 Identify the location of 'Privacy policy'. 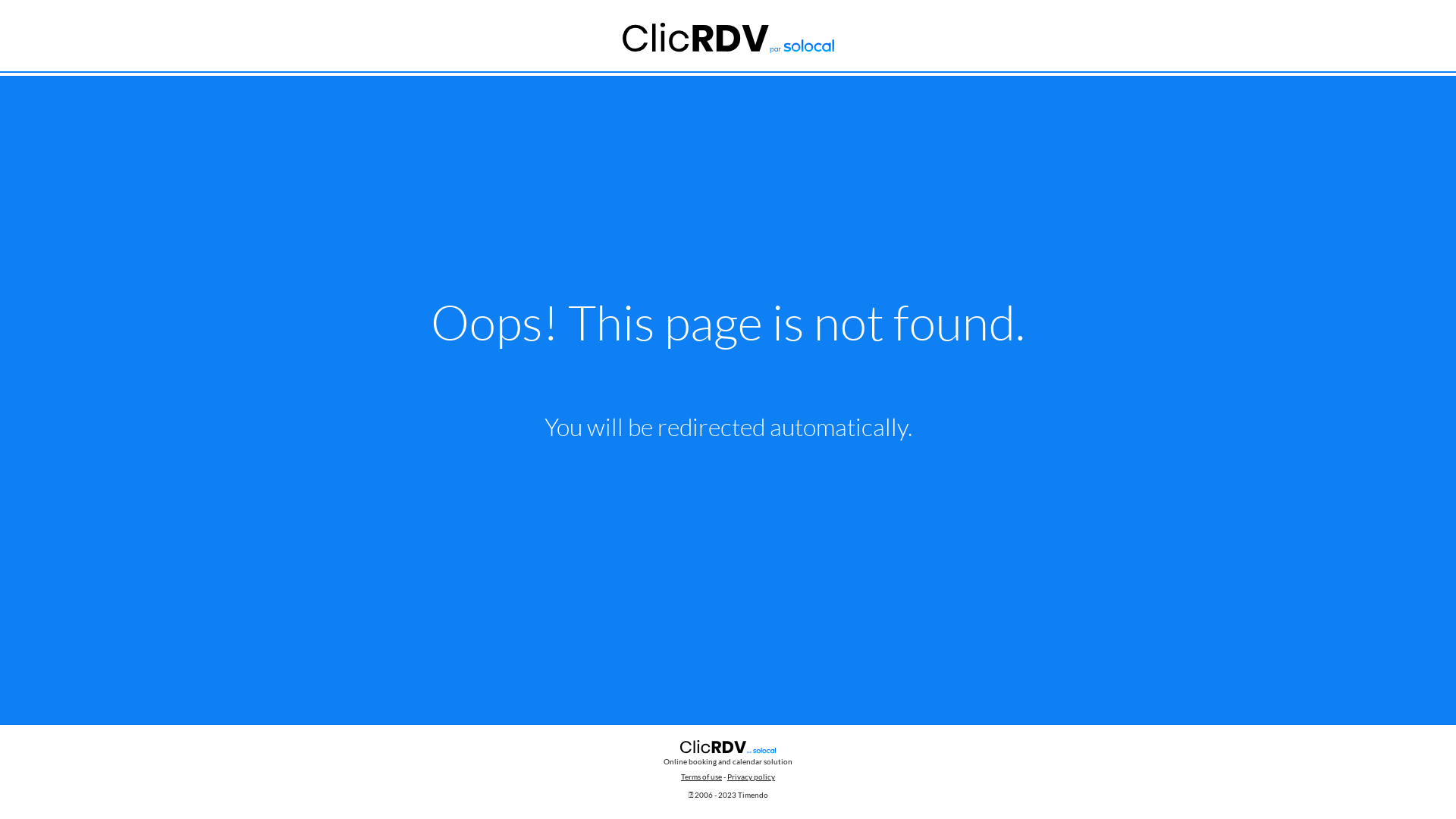
(751, 776).